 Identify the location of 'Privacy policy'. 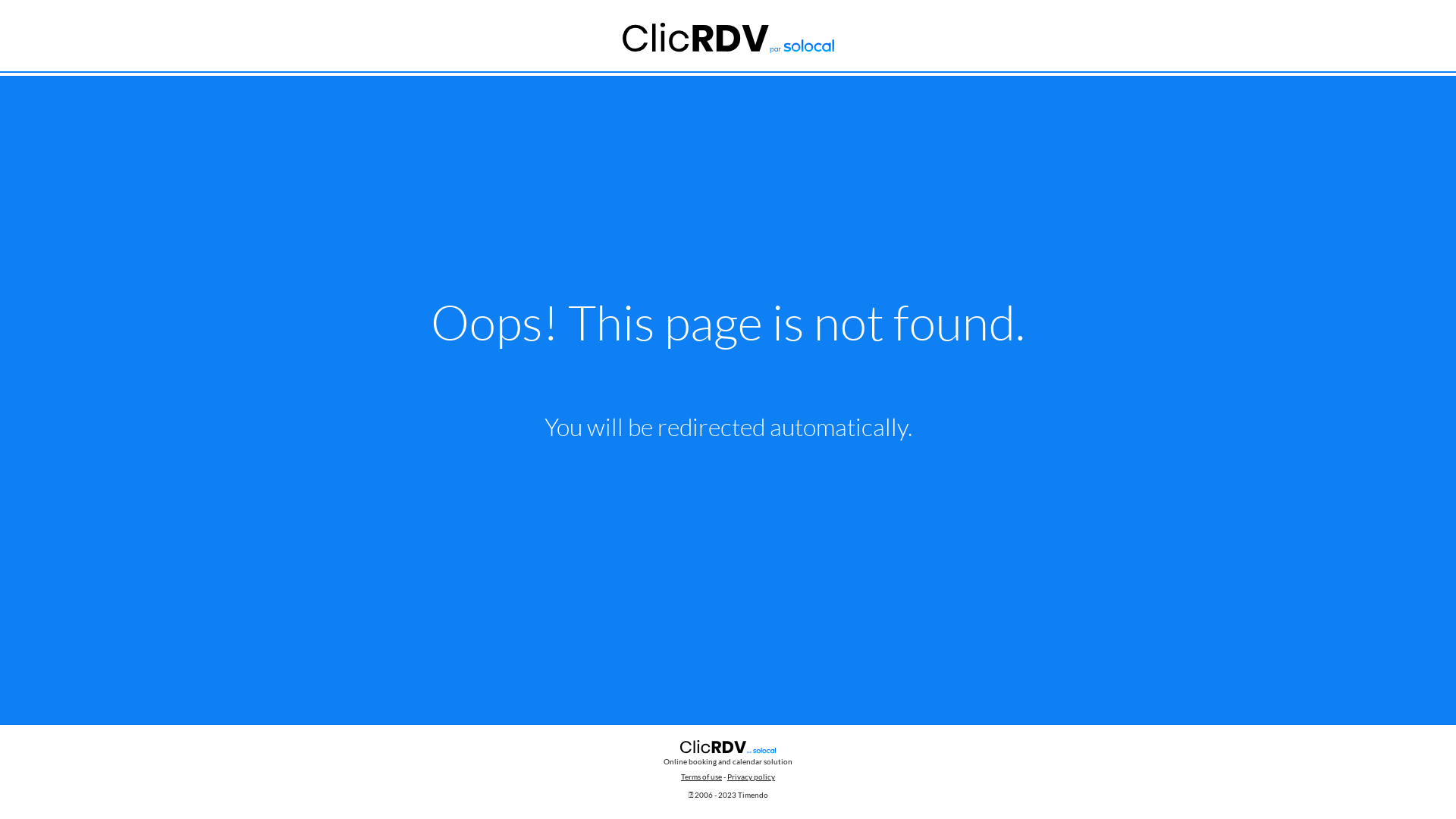
(751, 776).